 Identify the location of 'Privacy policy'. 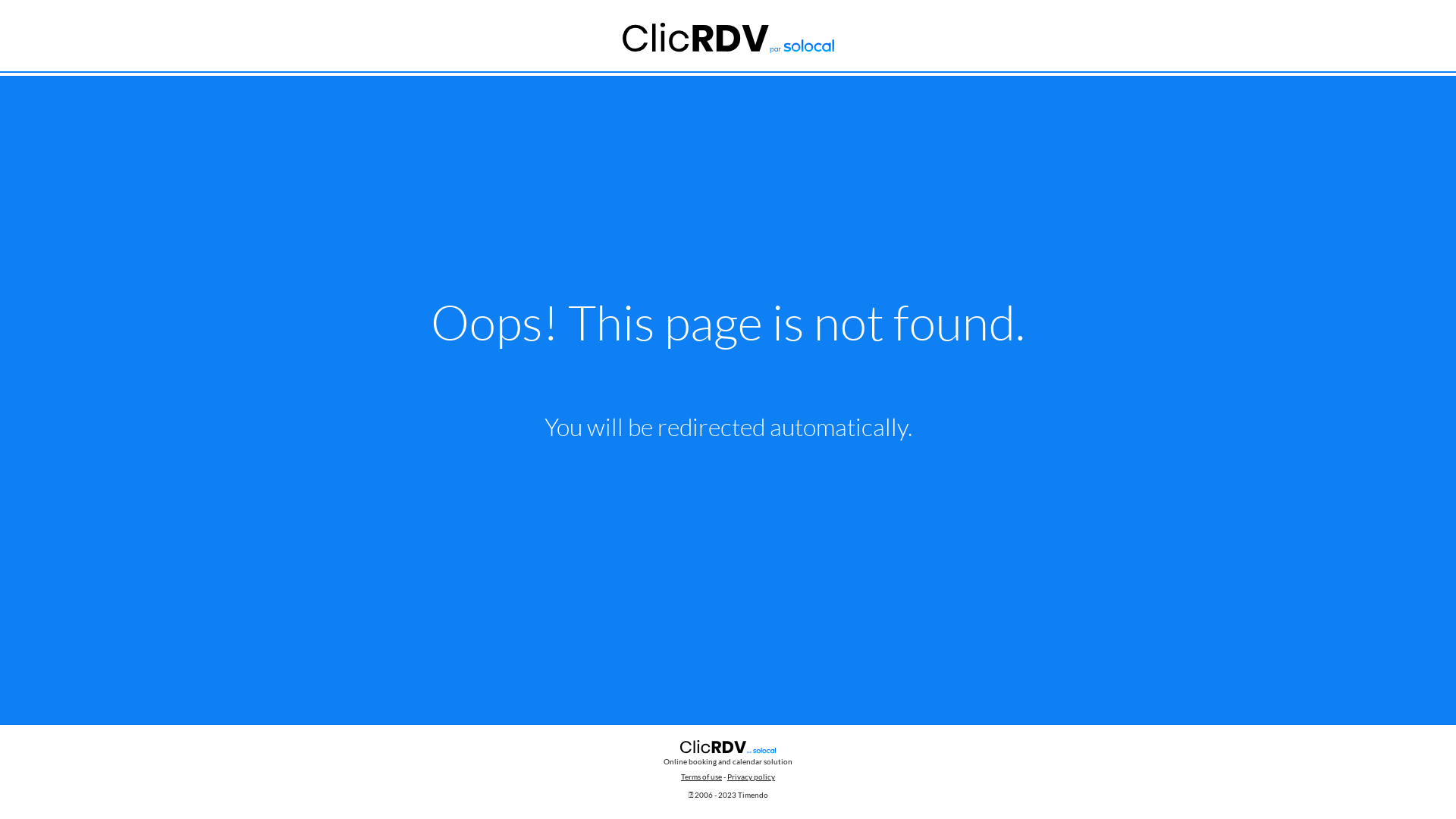
(751, 776).